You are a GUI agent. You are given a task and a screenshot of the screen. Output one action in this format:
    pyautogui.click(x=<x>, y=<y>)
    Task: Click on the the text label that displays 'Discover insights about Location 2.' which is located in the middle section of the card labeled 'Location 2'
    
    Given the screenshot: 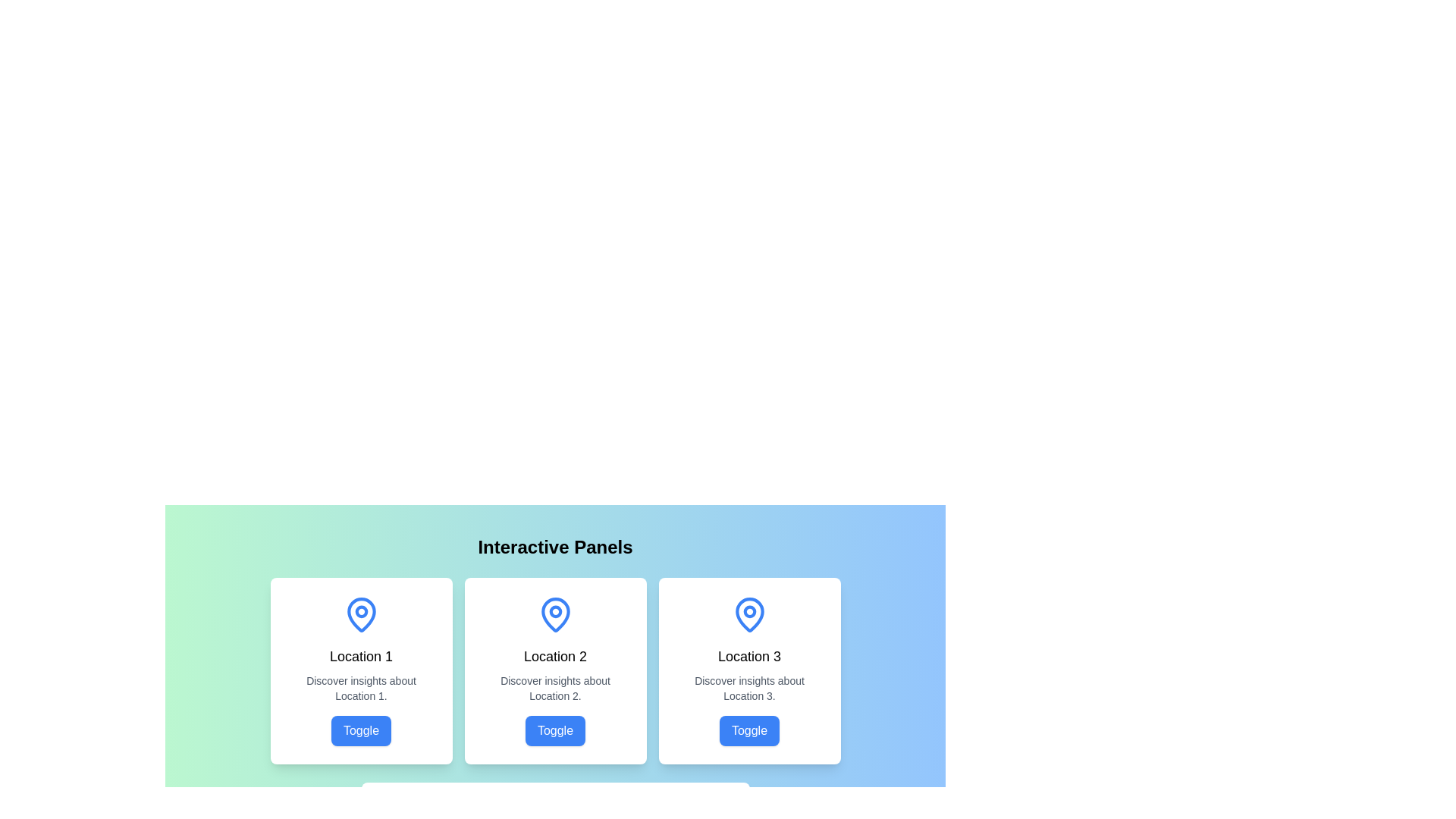 What is the action you would take?
    pyautogui.click(x=554, y=688)
    